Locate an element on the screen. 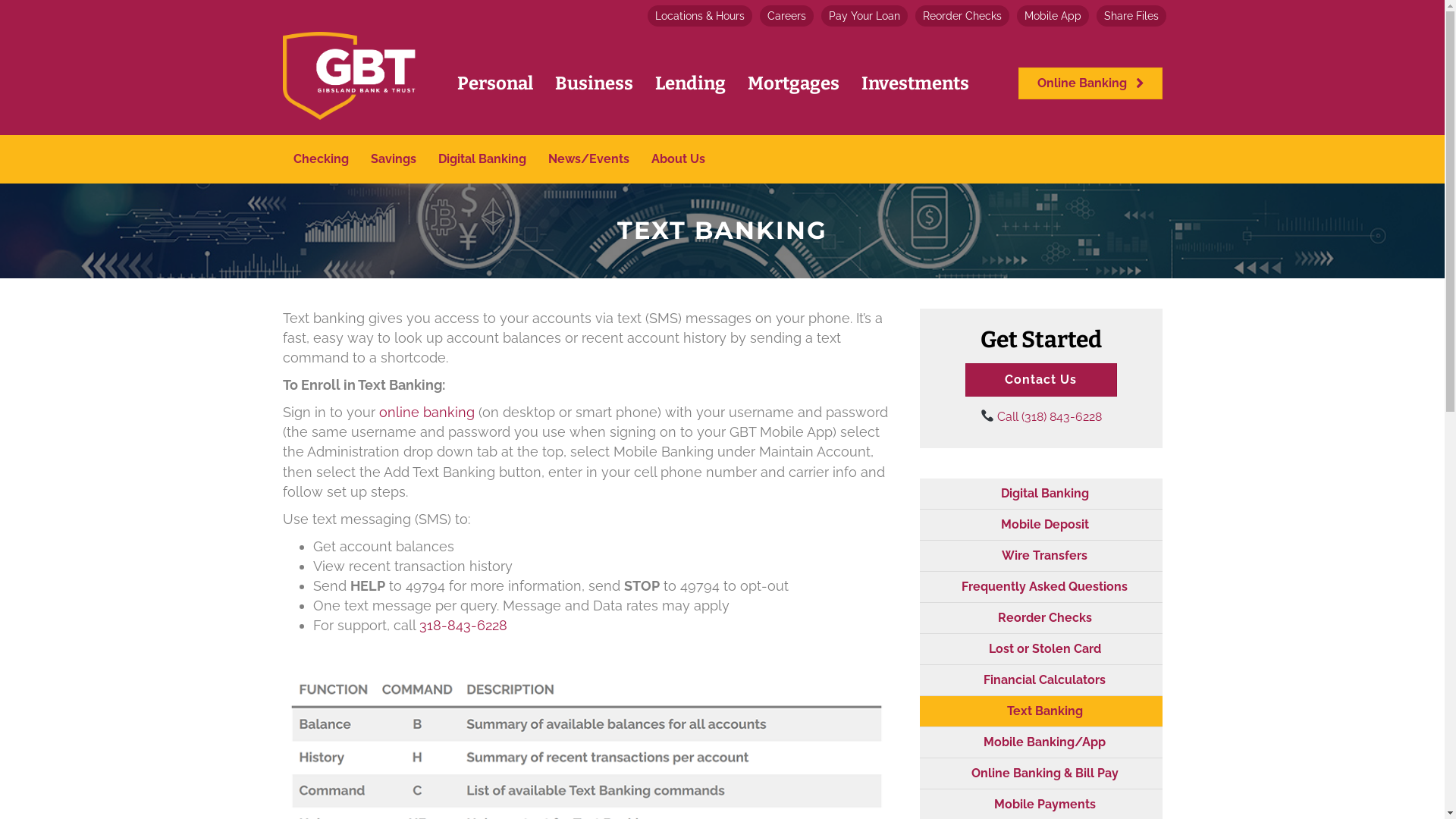  '318-843-6228' is located at coordinates (461, 625).